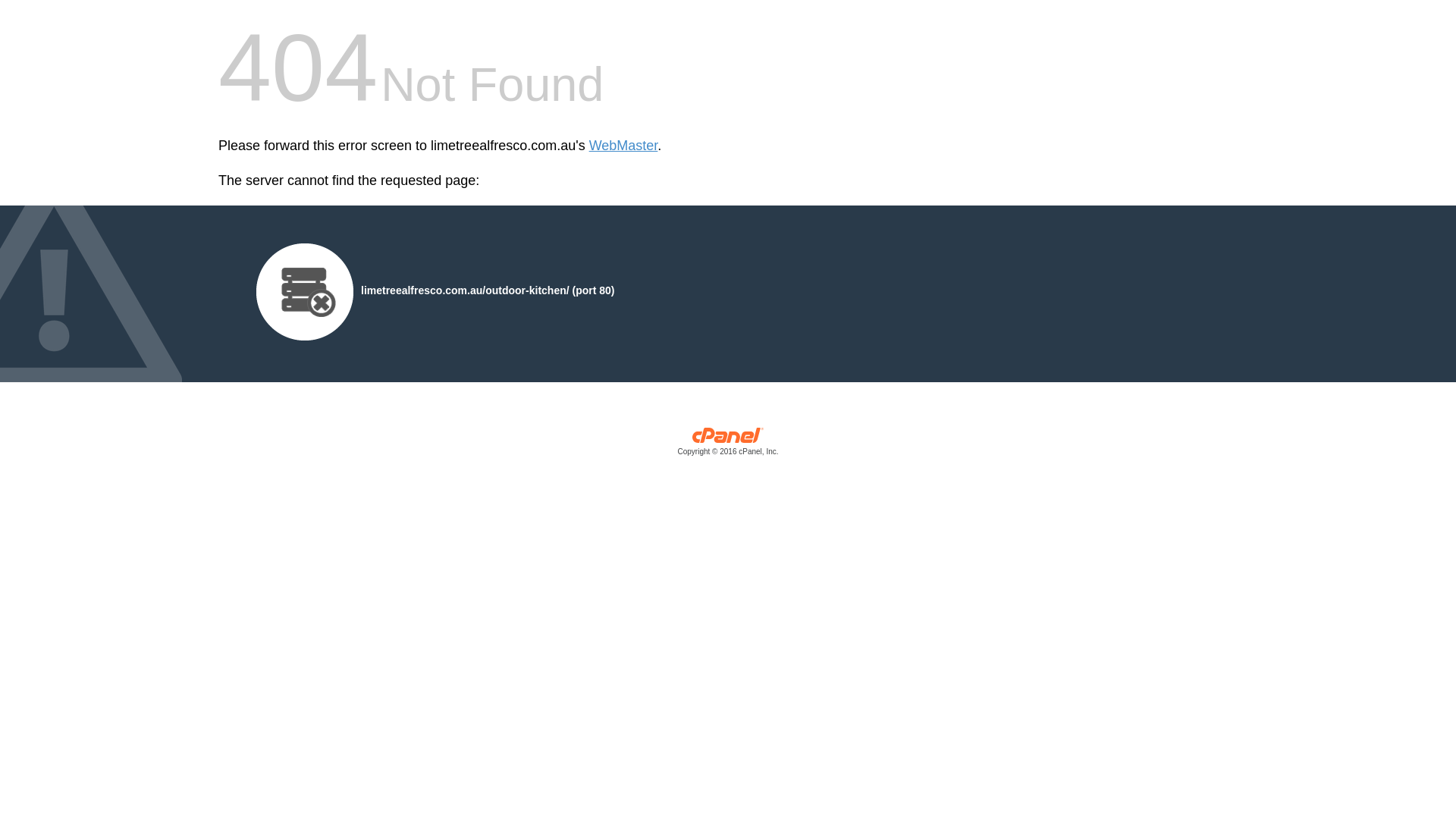 This screenshot has height=819, width=1456. Describe the element at coordinates (588, 146) in the screenshot. I see `'WebMaster'` at that location.